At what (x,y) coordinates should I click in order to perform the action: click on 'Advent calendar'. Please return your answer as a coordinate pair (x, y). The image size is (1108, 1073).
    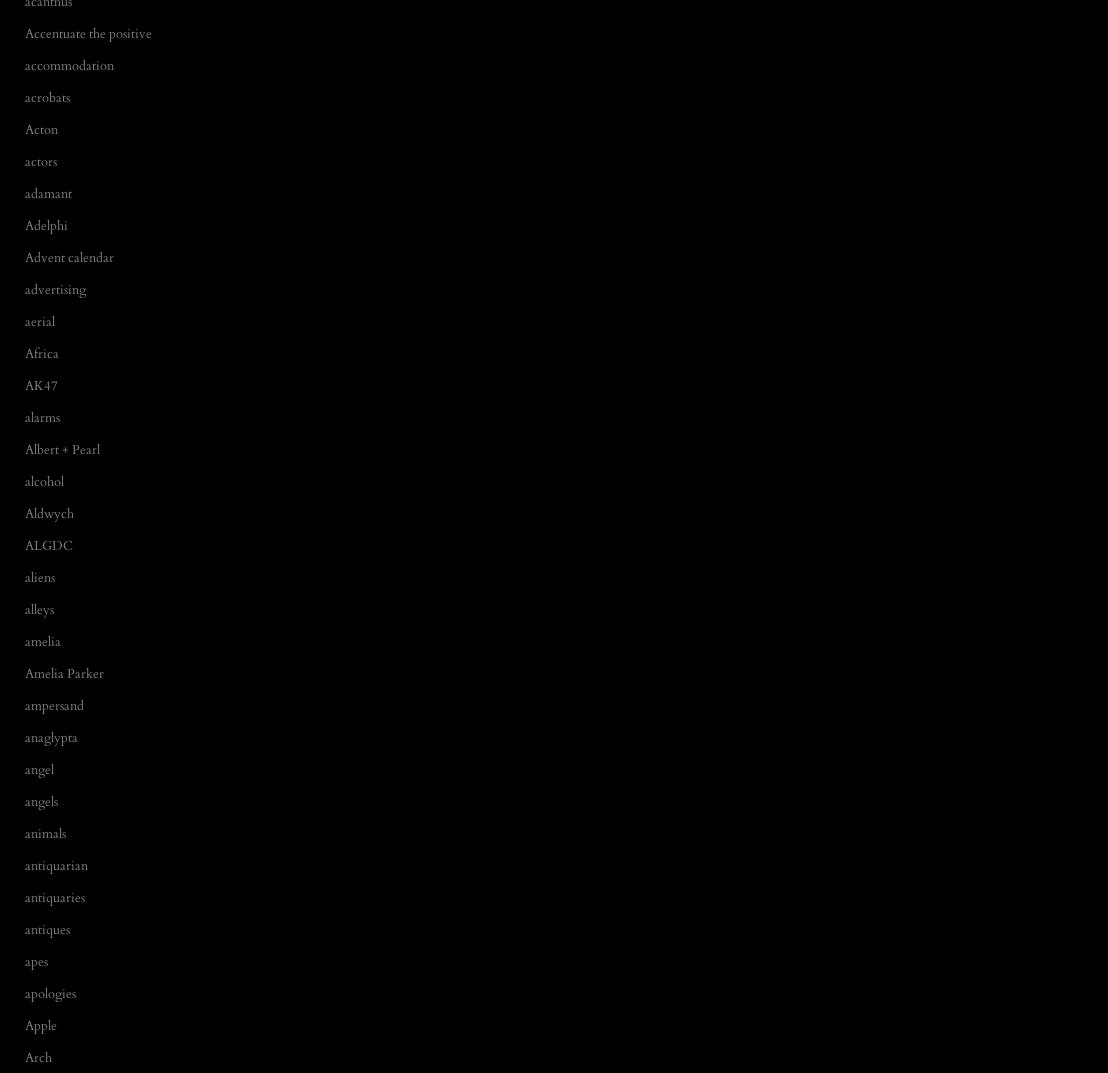
    Looking at the image, I should click on (68, 255).